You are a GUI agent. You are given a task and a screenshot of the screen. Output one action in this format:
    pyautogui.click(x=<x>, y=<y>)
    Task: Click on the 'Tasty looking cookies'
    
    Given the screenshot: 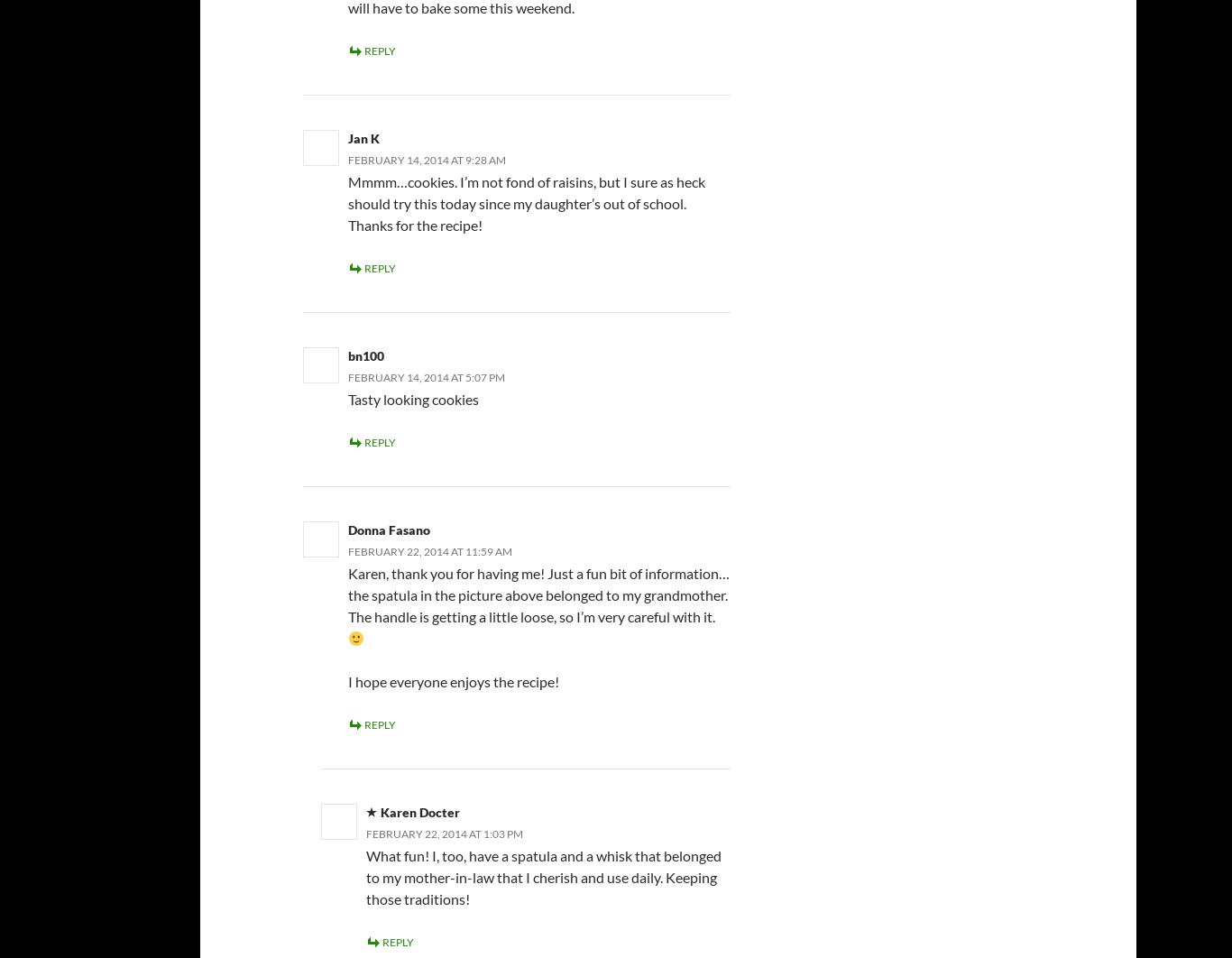 What is the action you would take?
    pyautogui.click(x=347, y=398)
    